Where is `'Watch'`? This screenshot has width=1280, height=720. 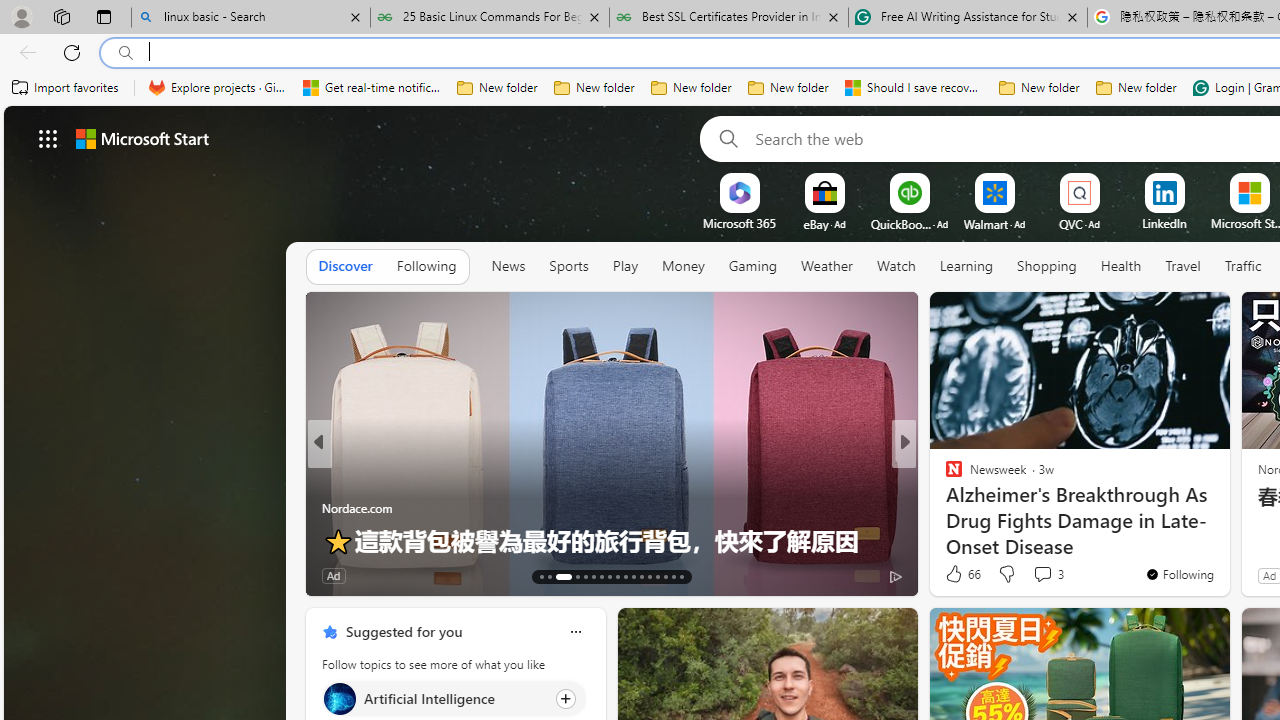
'Watch' is located at coordinates (895, 266).